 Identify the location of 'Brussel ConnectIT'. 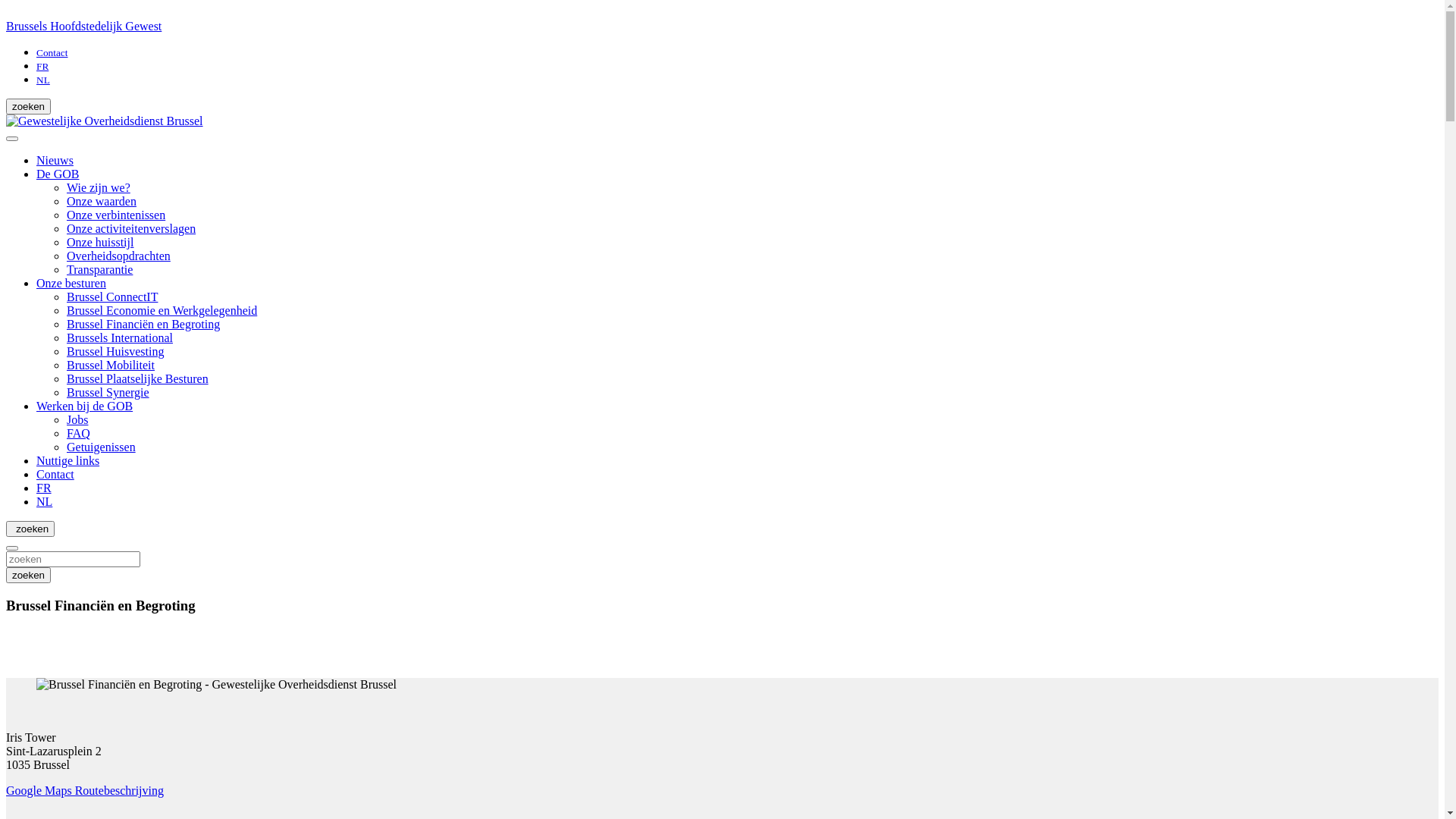
(111, 297).